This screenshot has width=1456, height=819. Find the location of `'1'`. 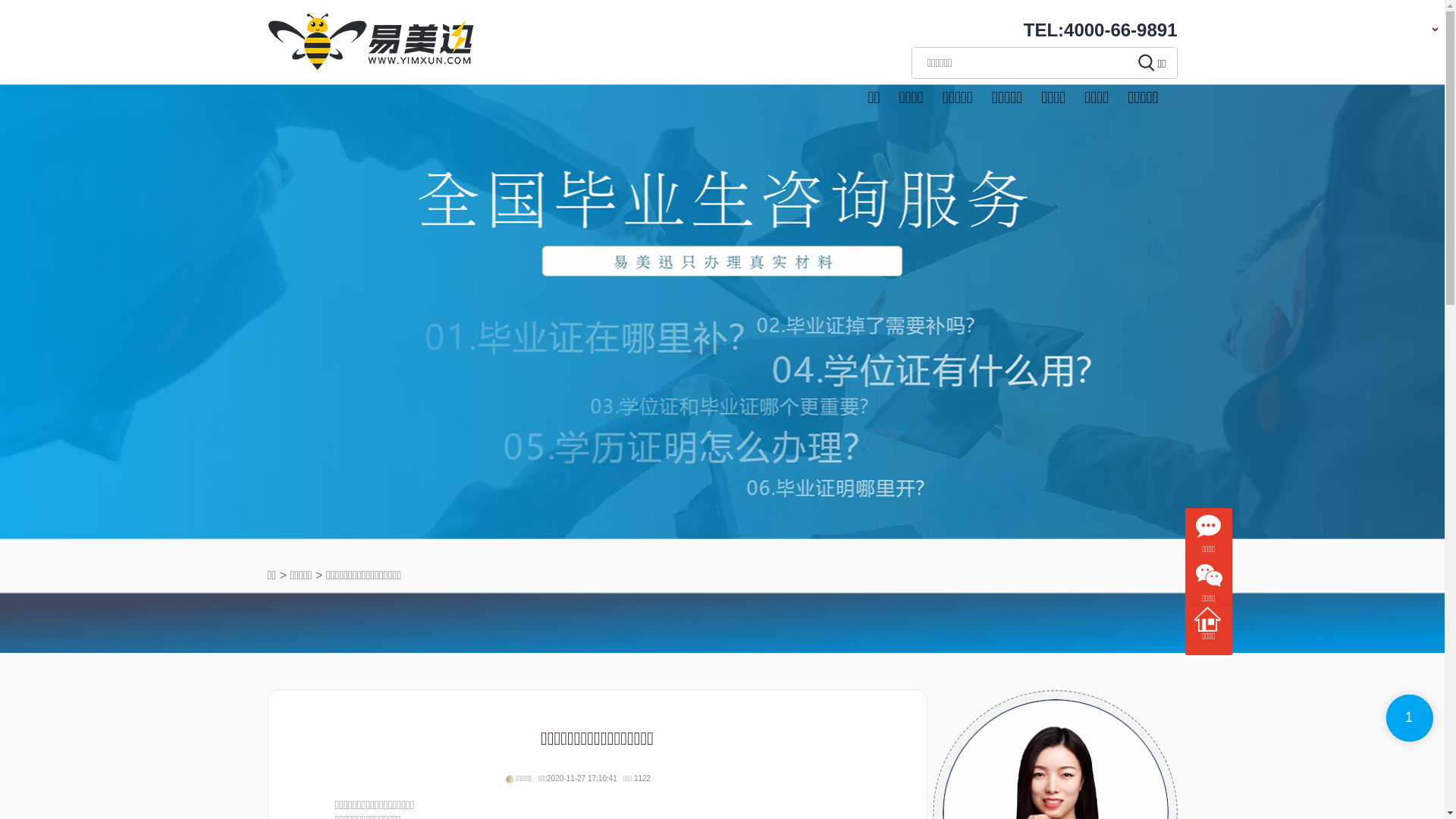

'1' is located at coordinates (1386, 717).